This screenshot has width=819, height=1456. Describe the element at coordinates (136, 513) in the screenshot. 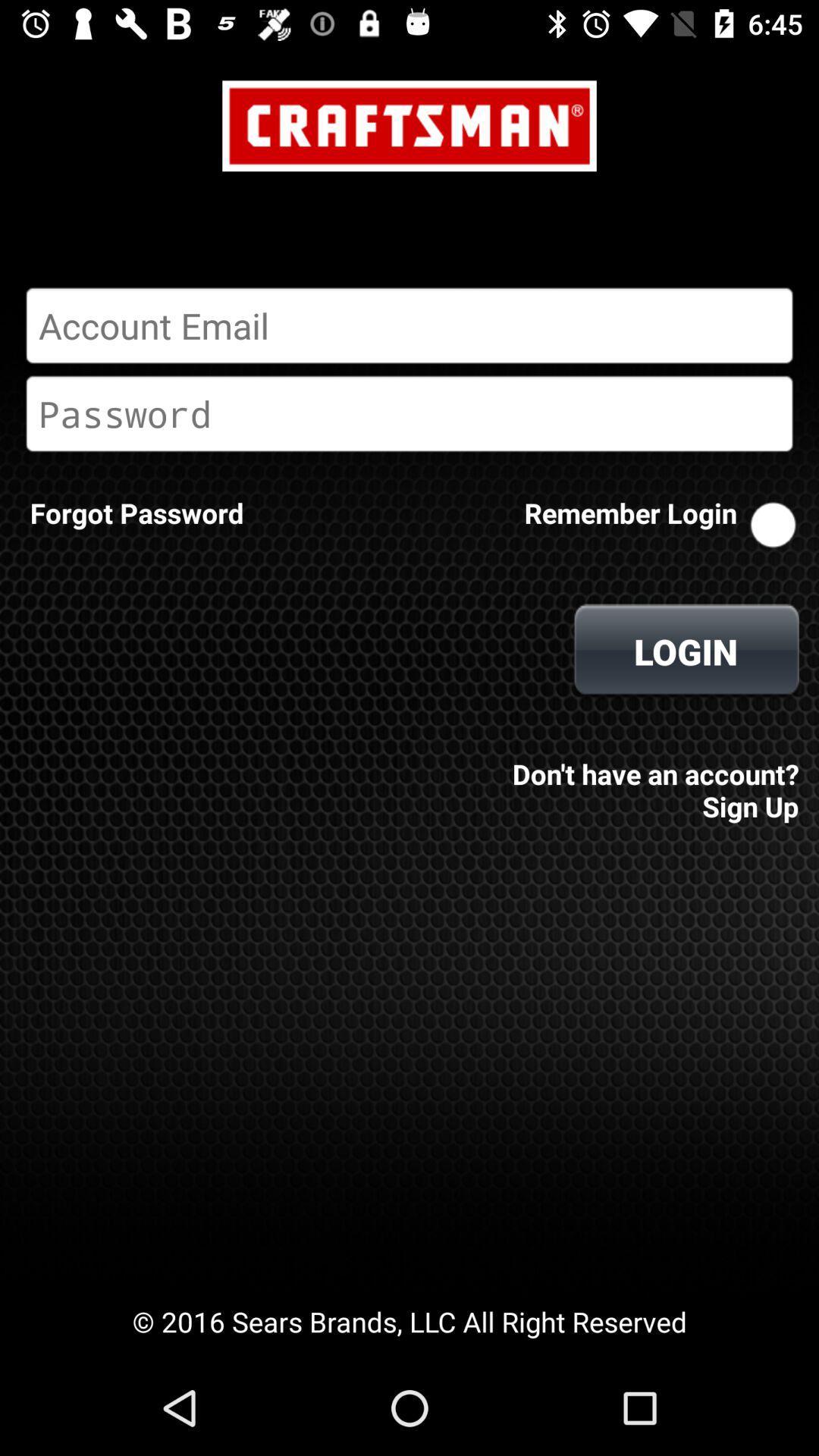

I see `the icon to the left of remember login` at that location.